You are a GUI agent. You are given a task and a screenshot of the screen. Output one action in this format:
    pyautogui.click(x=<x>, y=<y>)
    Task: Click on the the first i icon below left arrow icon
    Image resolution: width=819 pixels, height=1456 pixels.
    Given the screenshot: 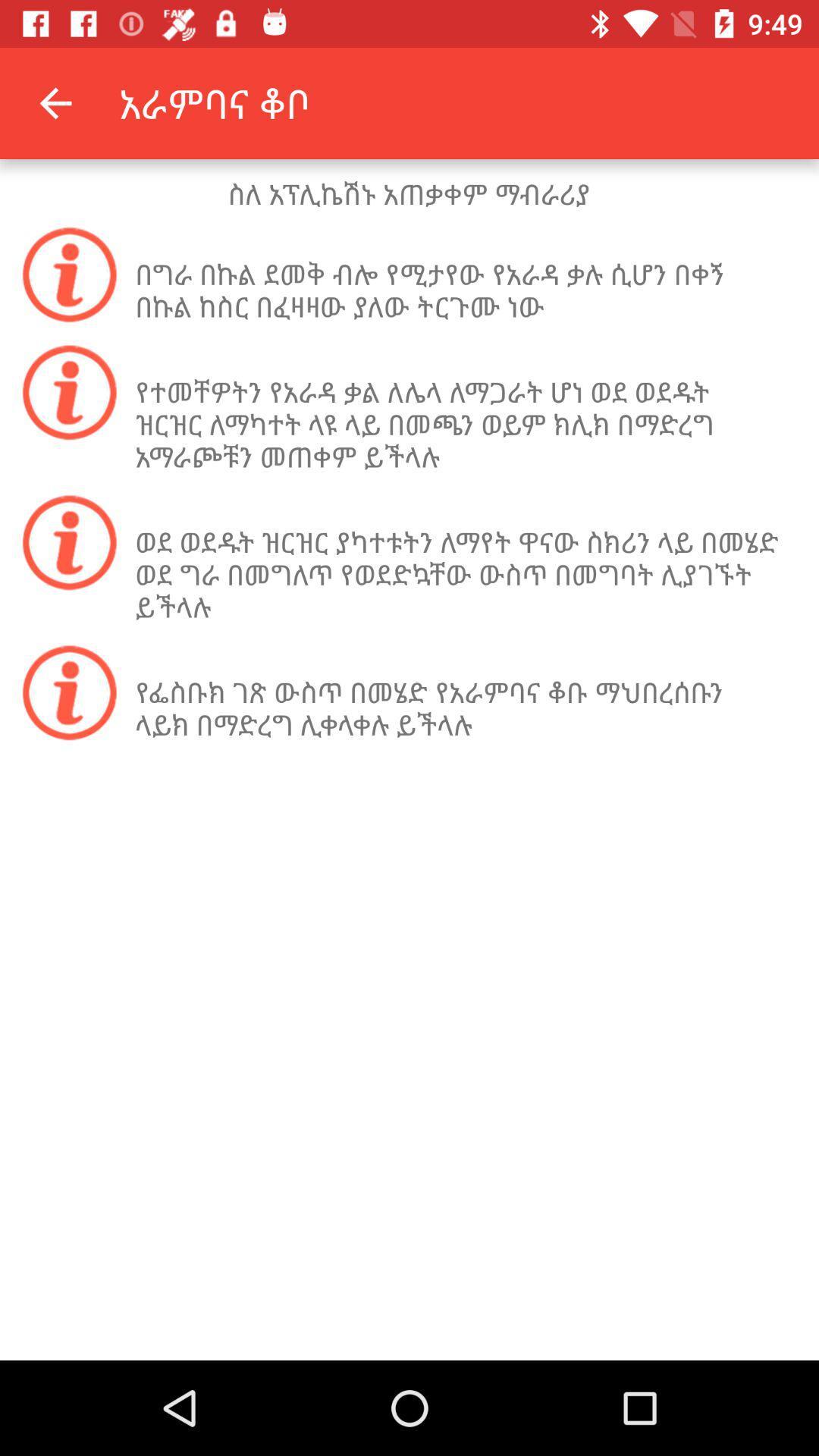 What is the action you would take?
    pyautogui.click(x=70, y=274)
    